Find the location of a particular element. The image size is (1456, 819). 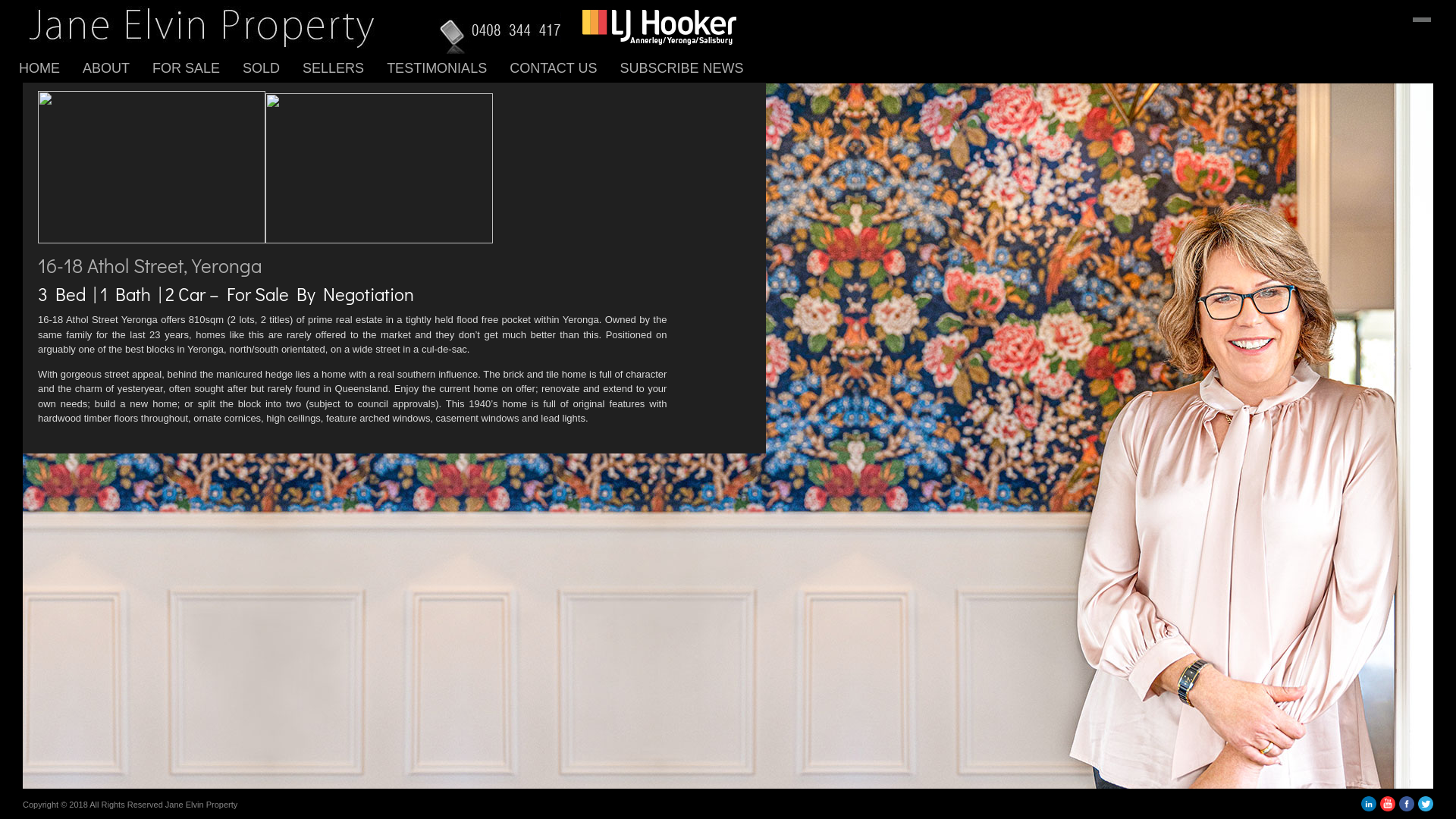

'Twitter' is located at coordinates (1425, 807).